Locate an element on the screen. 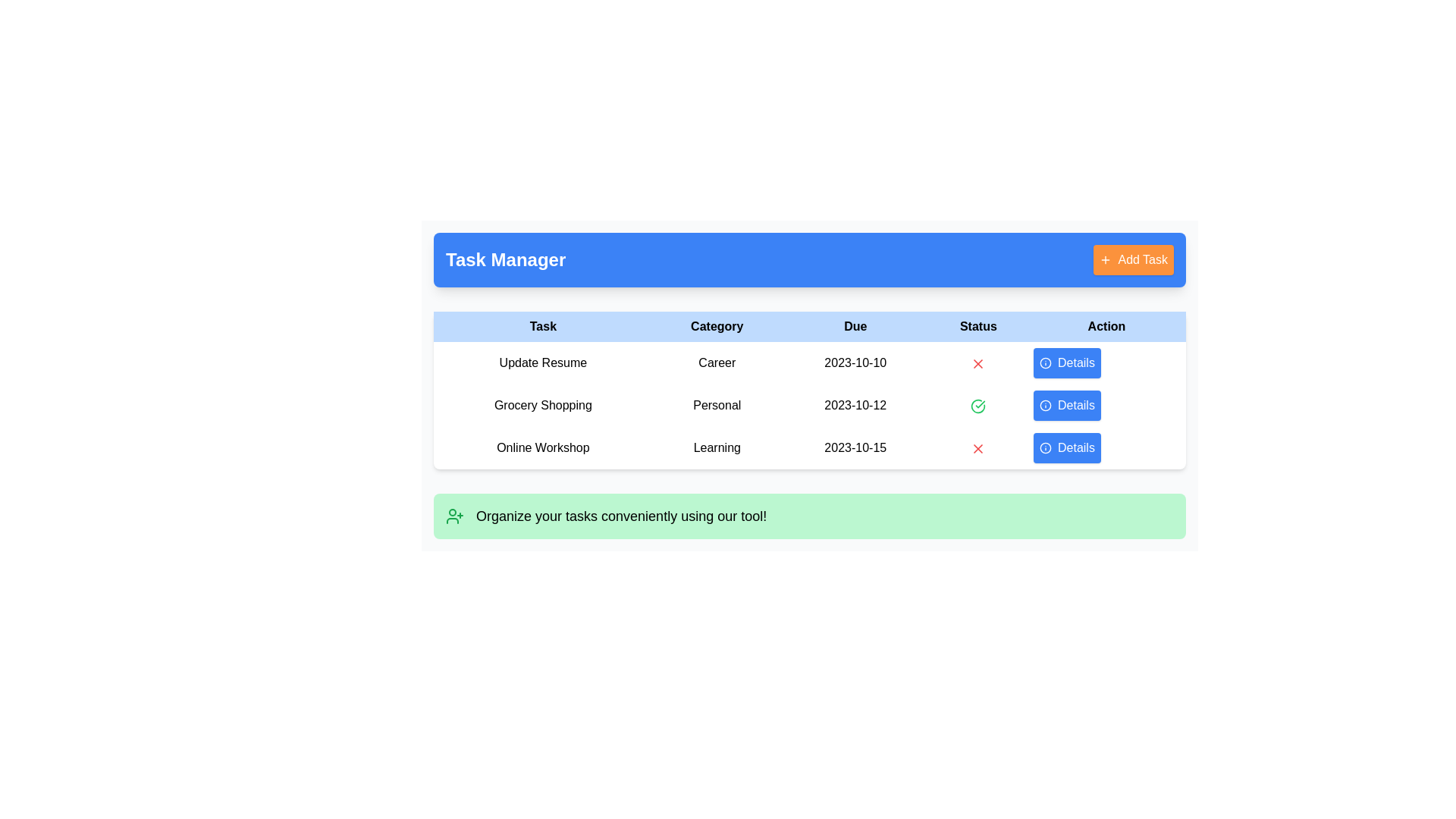 This screenshot has height=819, width=1456. the third 'Details' button with a blue background and white text in the 'Action' column associated with the 'Online Workshop' row is located at coordinates (1066, 362).